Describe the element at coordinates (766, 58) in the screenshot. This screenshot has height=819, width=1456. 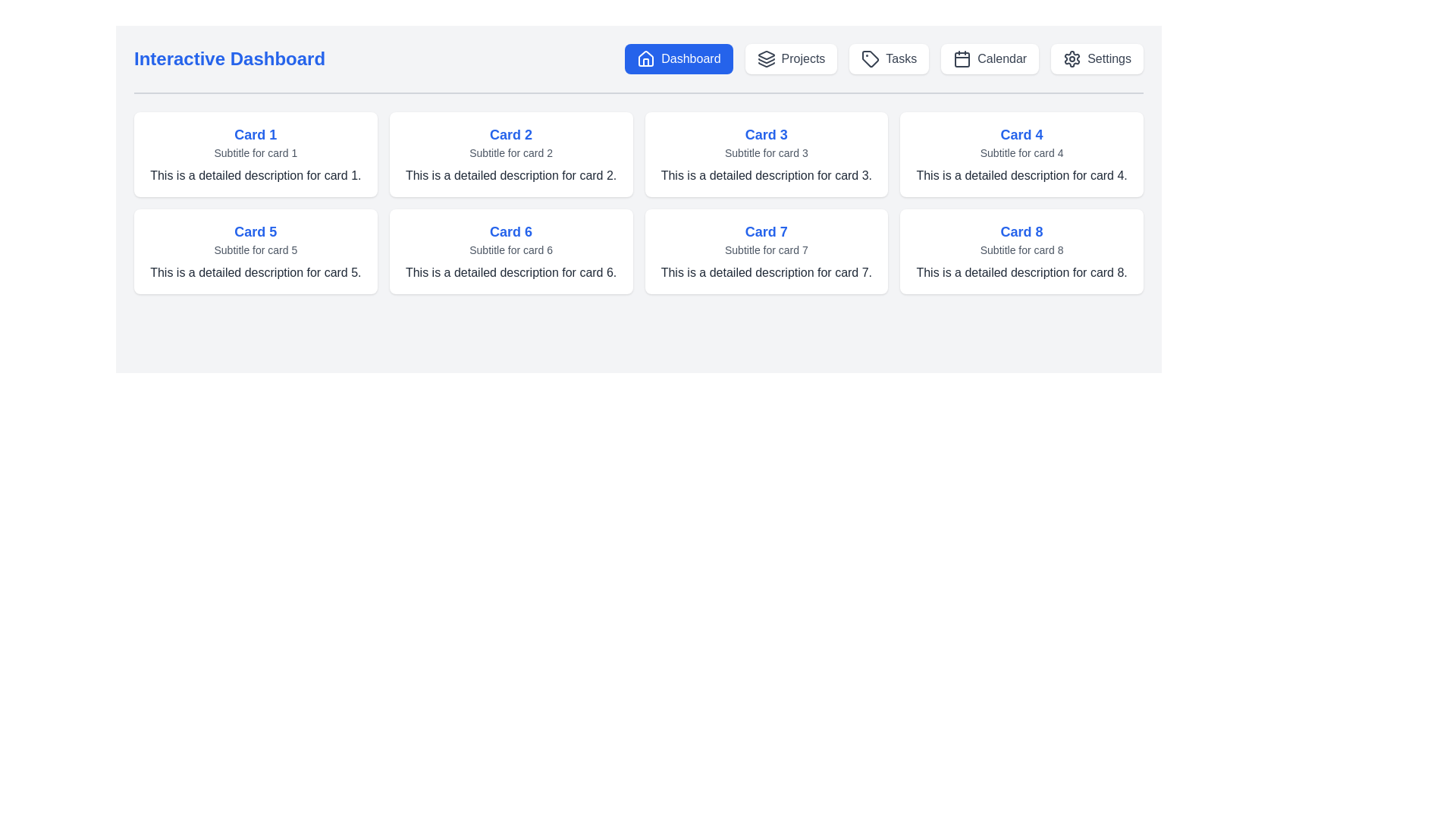
I see `the 'Projects' icon located in the navigation bar` at that location.